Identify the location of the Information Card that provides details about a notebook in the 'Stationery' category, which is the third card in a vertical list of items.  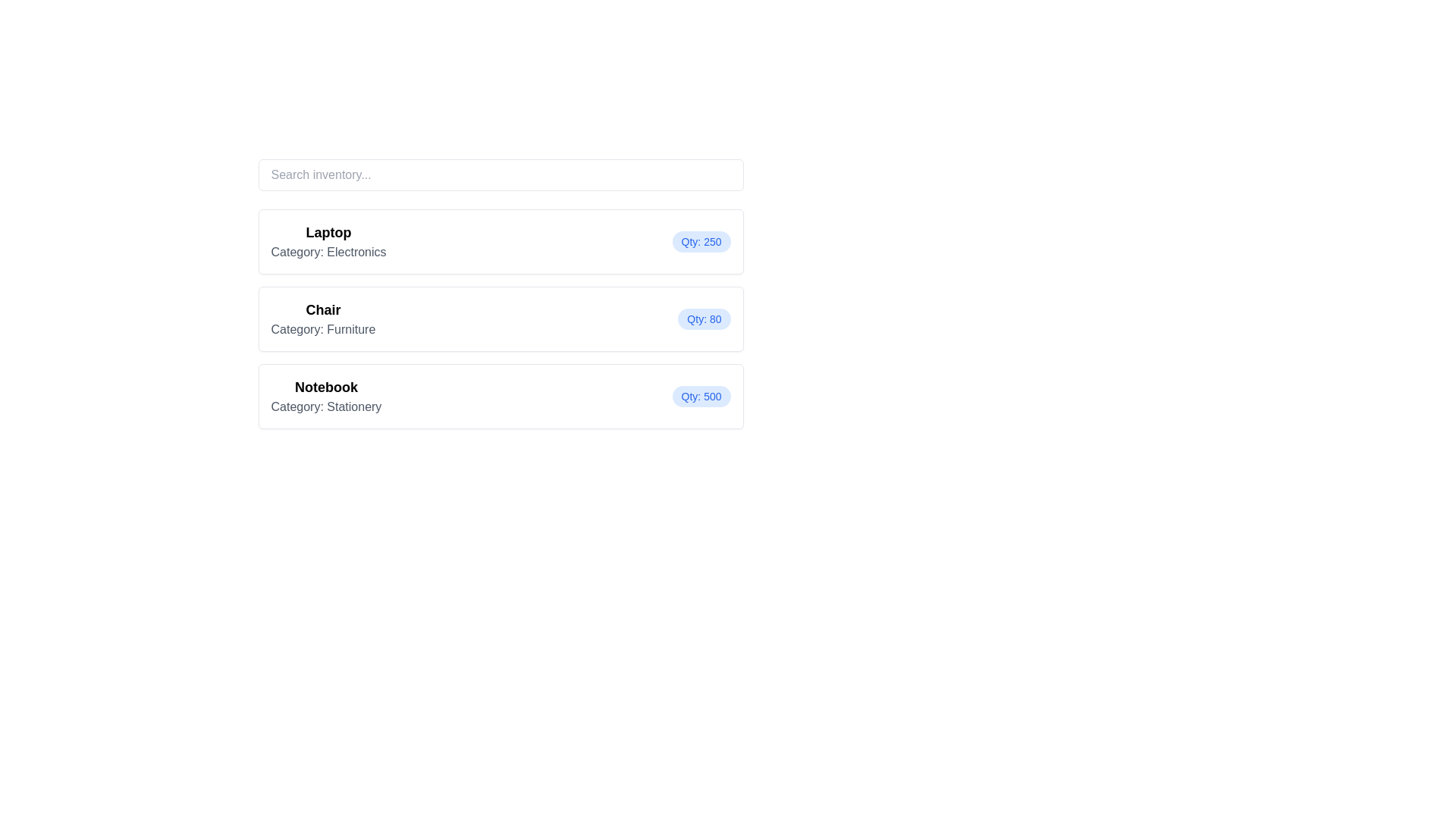
(500, 396).